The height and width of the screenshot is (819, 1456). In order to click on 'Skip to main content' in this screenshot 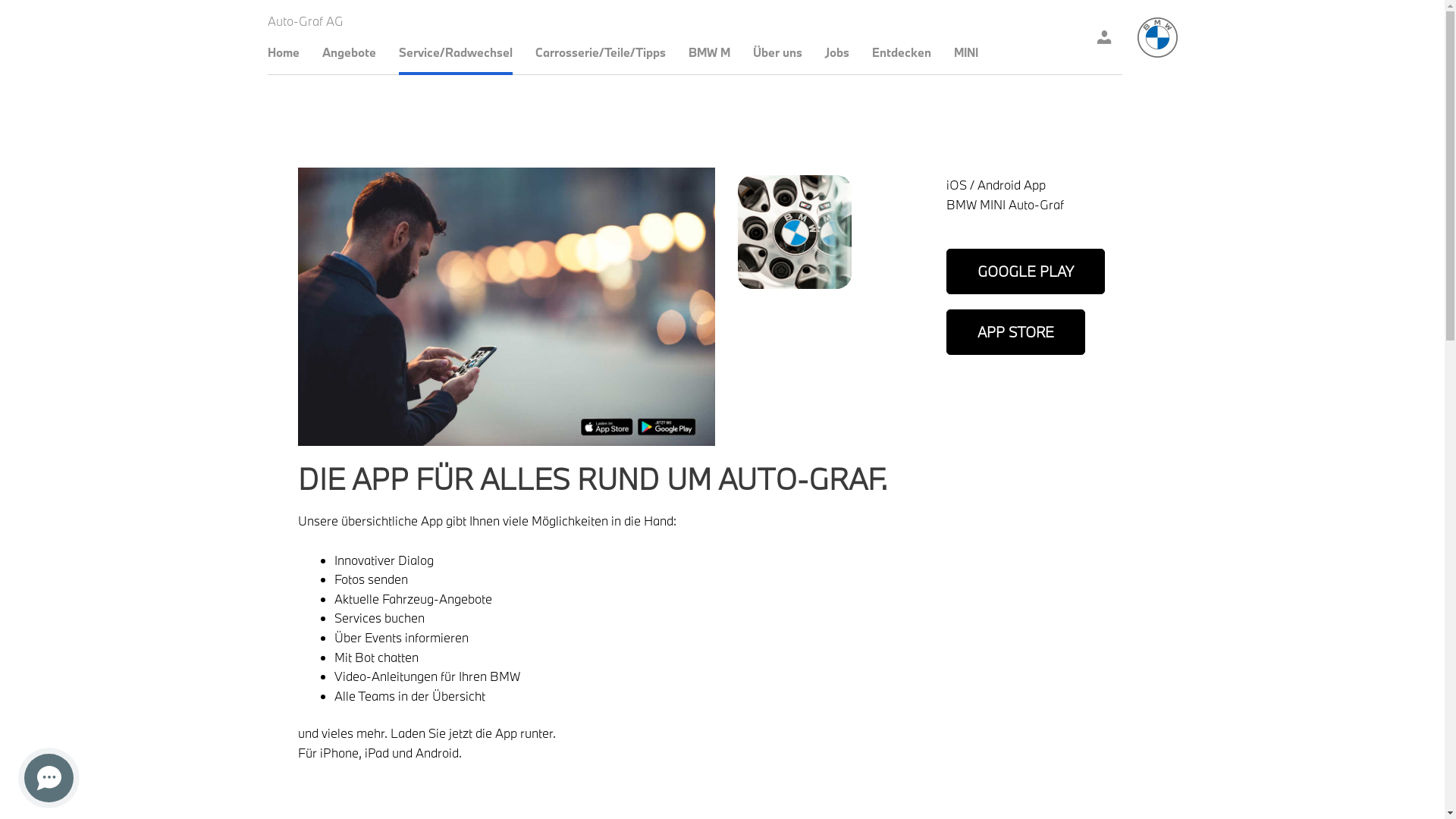, I will do `click(0, 0)`.